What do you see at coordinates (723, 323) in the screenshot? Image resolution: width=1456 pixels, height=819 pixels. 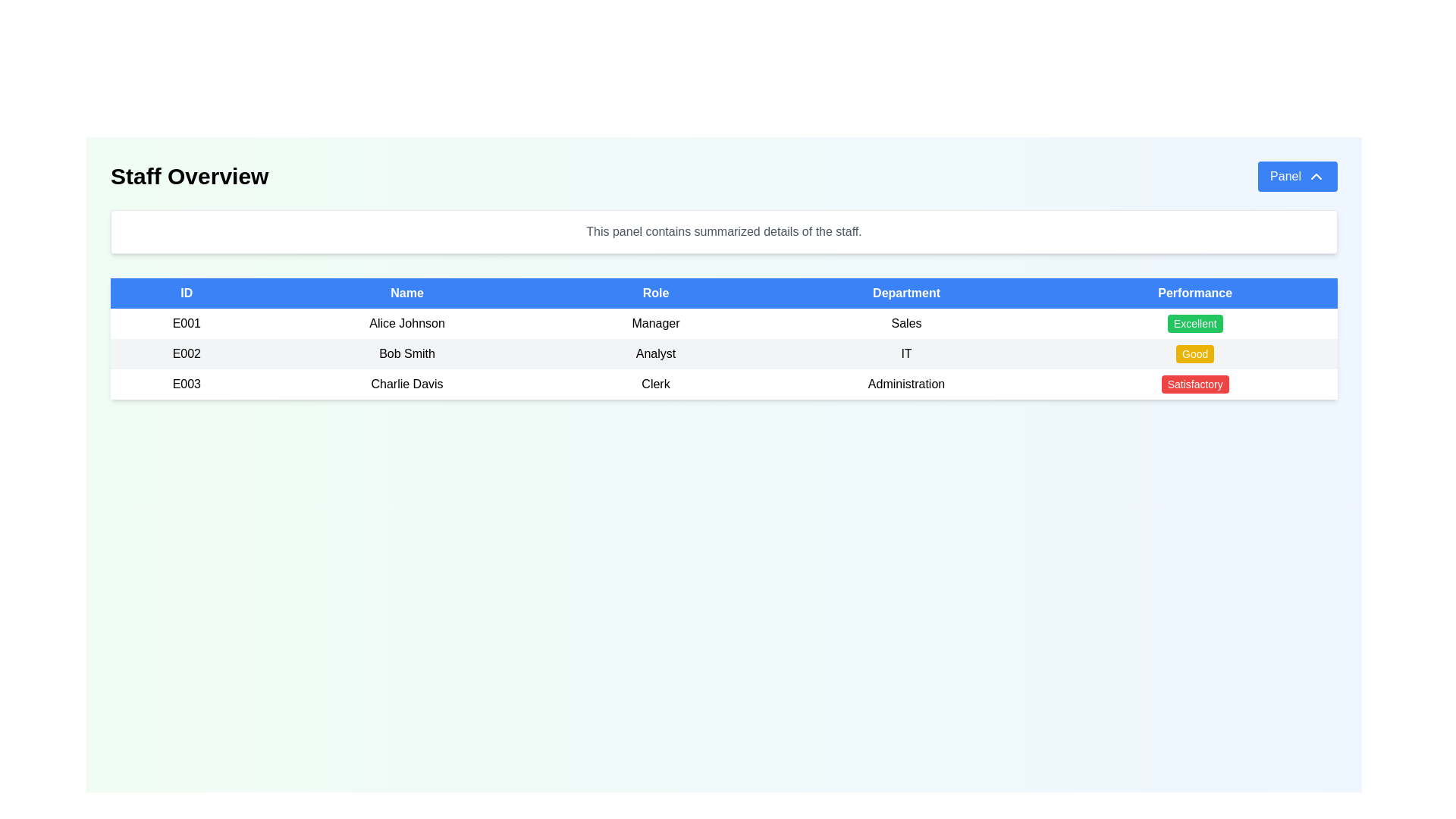 I see `summarized information displayed in the first row of the employee details table, which includes the employee's ID, name, role, department, and performance` at bounding box center [723, 323].